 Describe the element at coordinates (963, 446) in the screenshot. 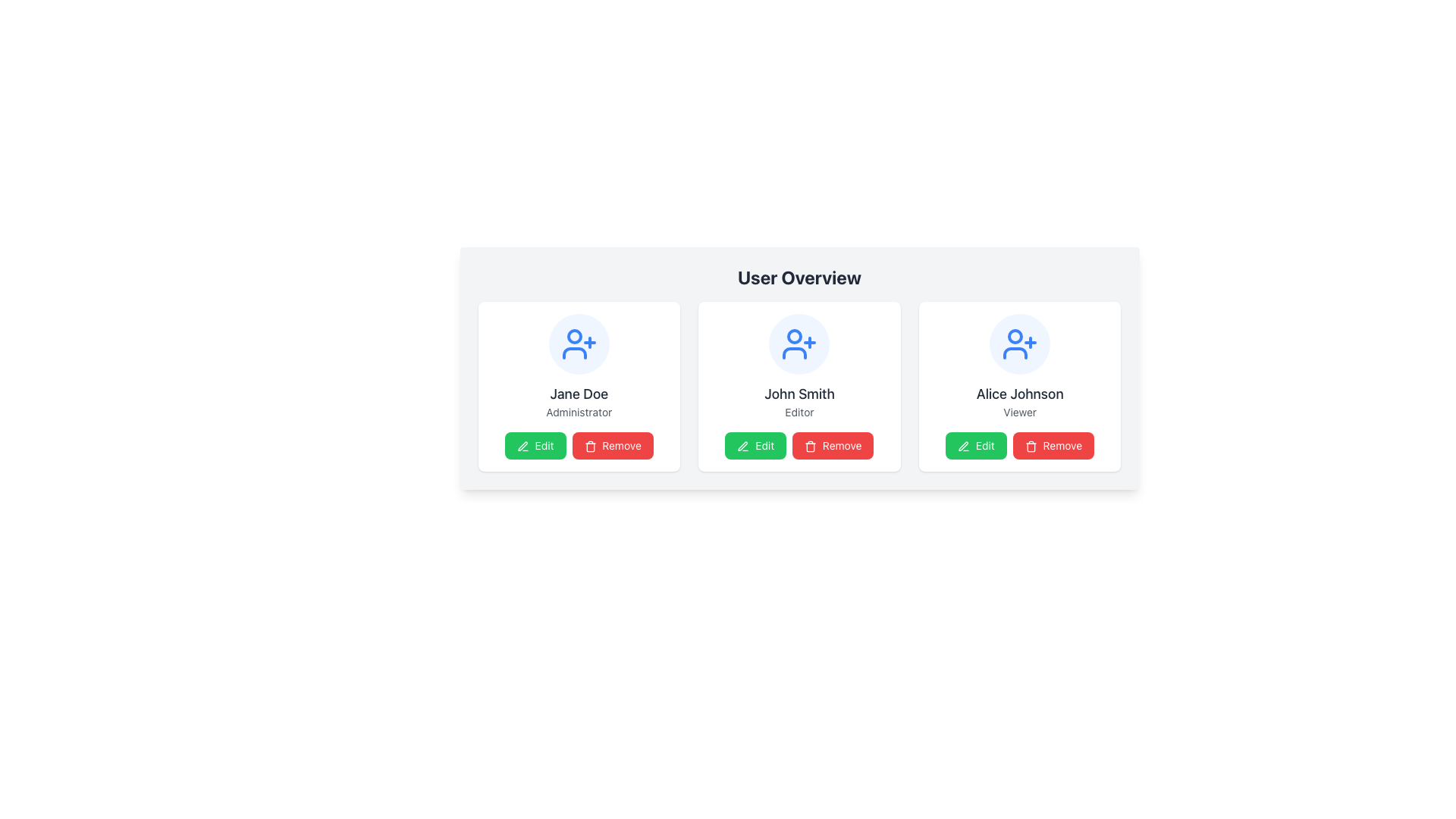

I see `the edit icon located within the green 'Edit' button of Alice Johnson's user card in the user overview section` at that location.